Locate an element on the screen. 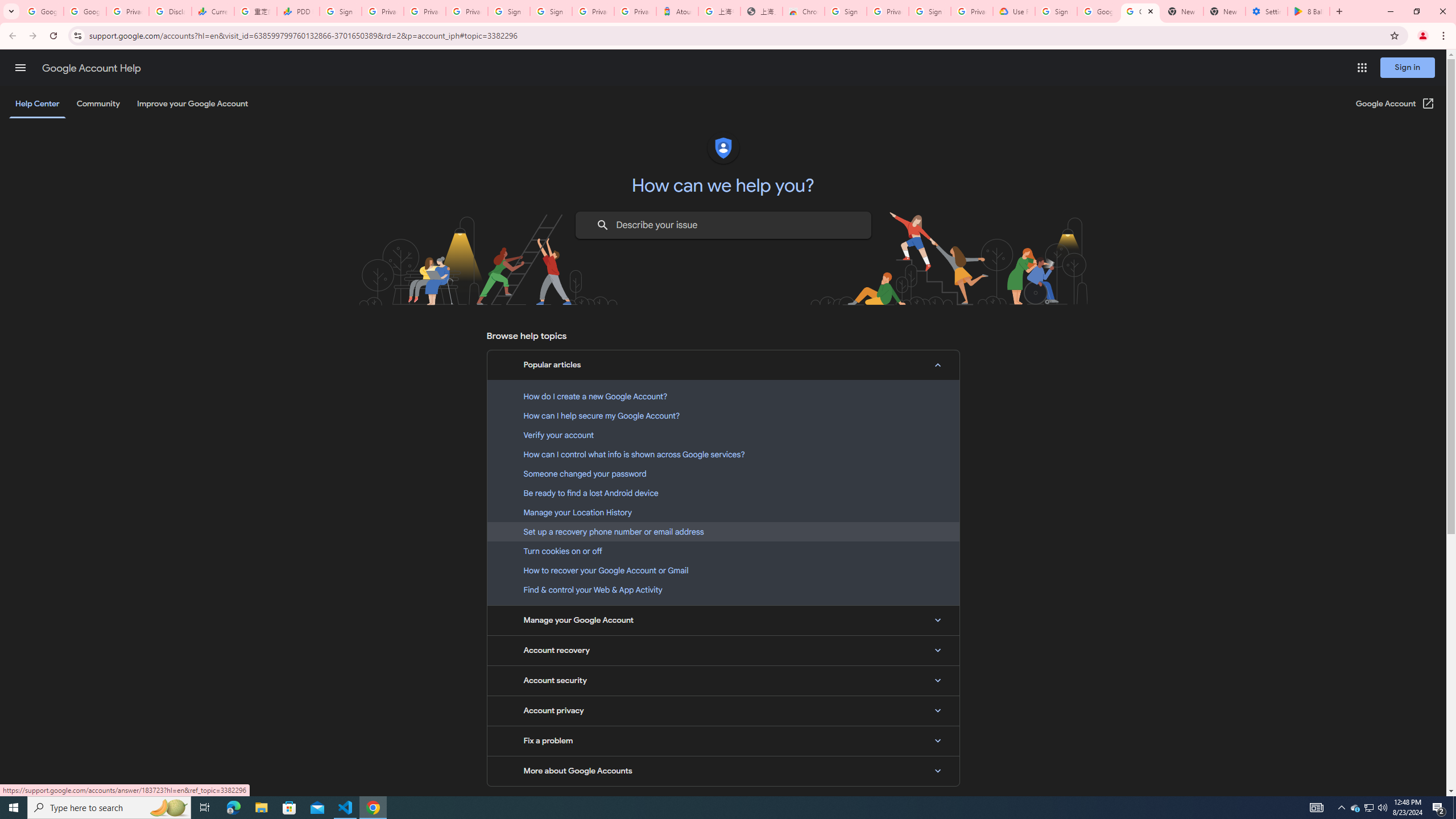 The width and height of the screenshot is (1456, 819). 'Describe your issue to find information that might help you.' is located at coordinates (723, 225).